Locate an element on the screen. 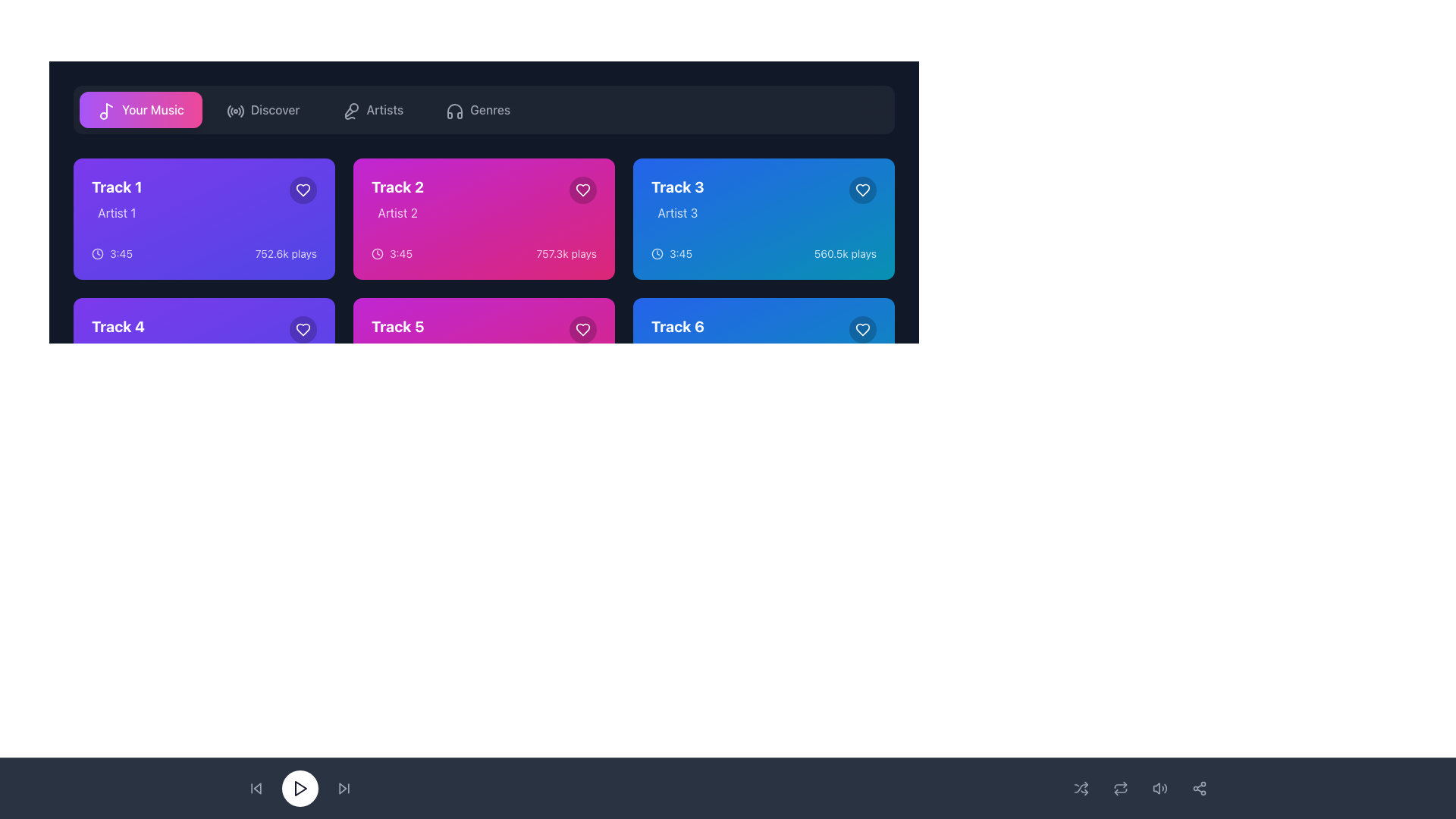  the circular favorite button with a white heart icon located at the top-right corner of the rectangle for 'Track 2' by 'Artist 2' is located at coordinates (582, 189).